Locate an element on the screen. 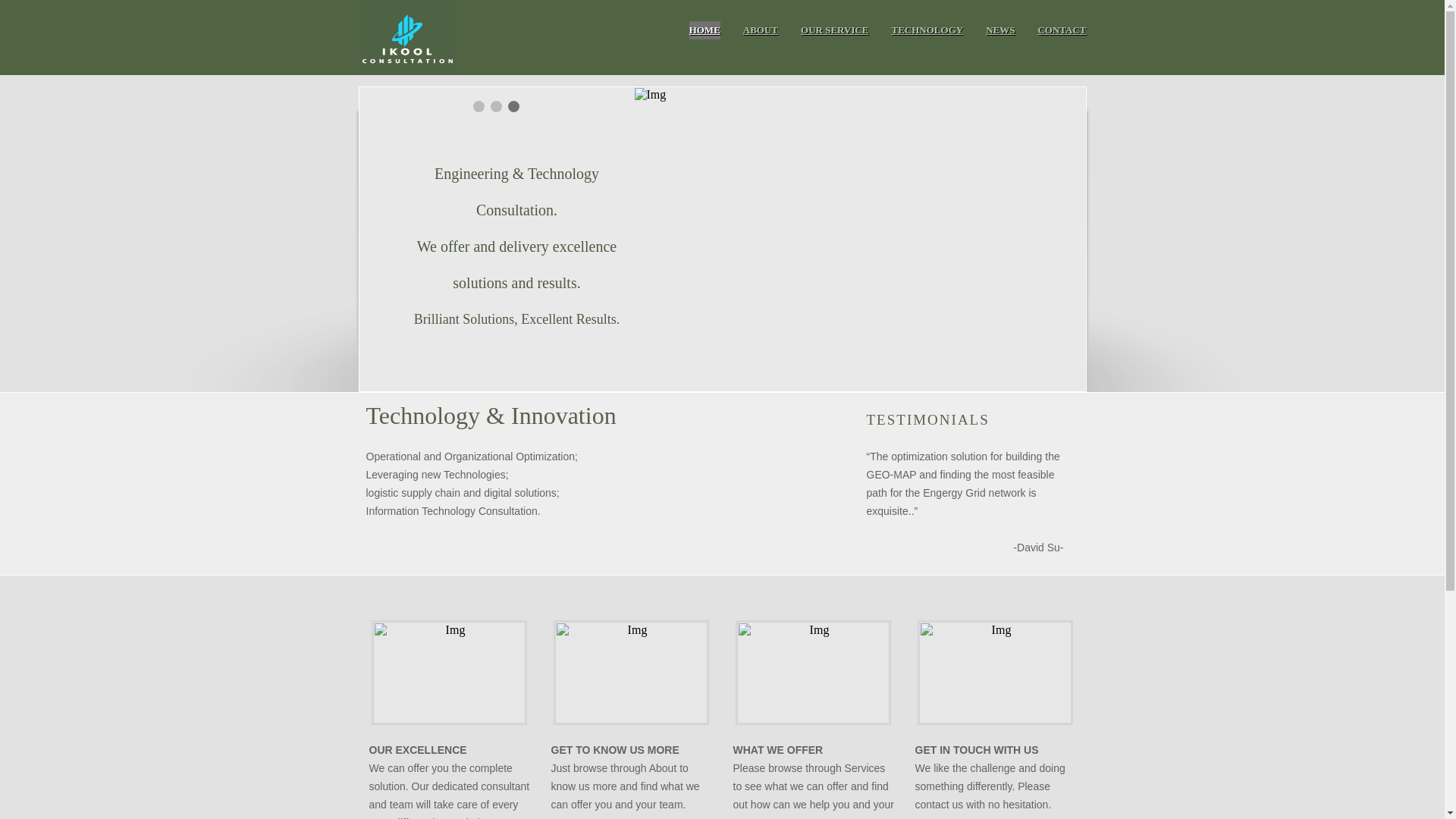  'HOME' is located at coordinates (704, 30).